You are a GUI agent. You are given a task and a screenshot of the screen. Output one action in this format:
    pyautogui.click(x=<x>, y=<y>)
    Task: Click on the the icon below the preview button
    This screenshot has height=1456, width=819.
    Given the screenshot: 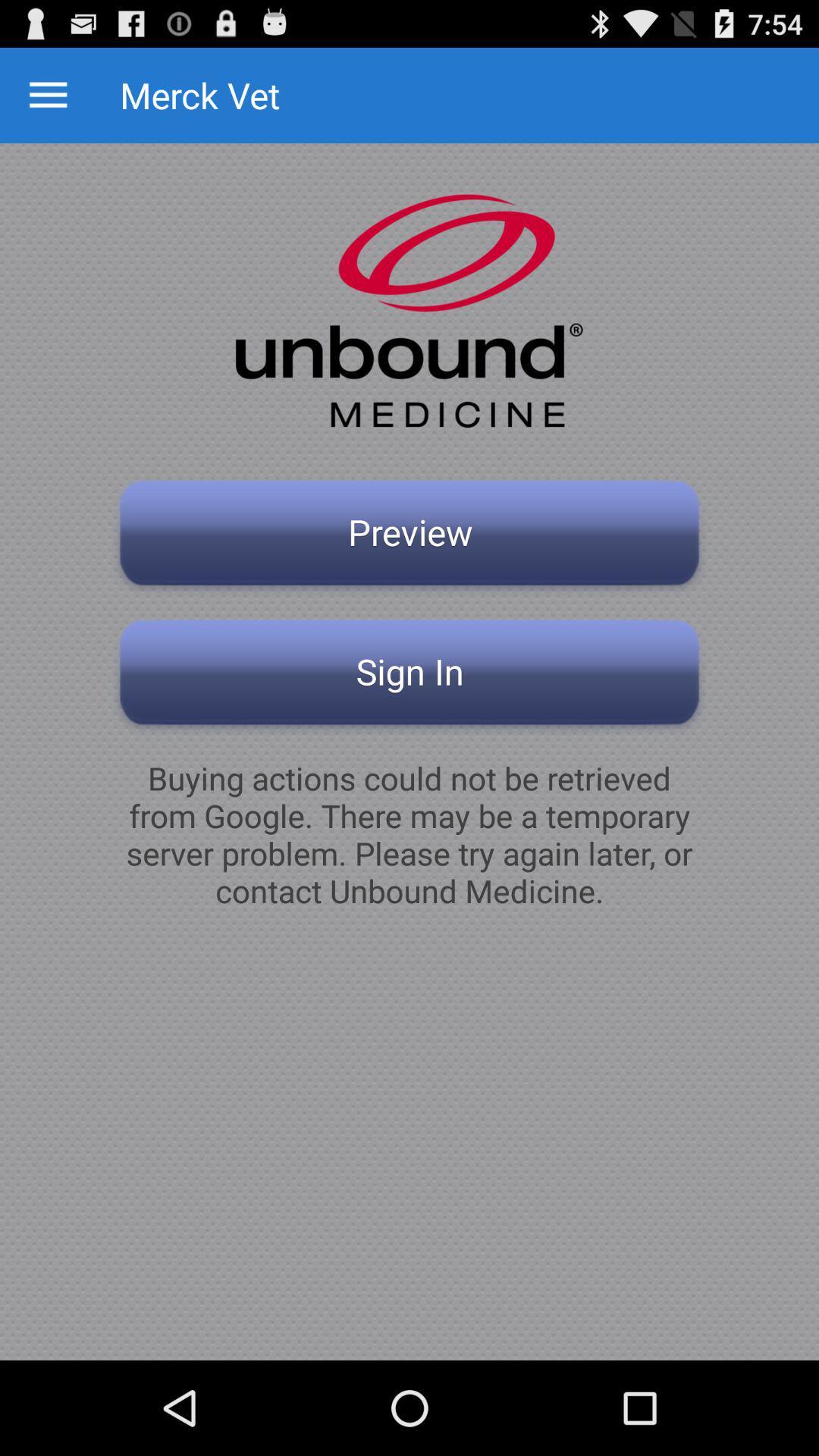 What is the action you would take?
    pyautogui.click(x=409, y=676)
    